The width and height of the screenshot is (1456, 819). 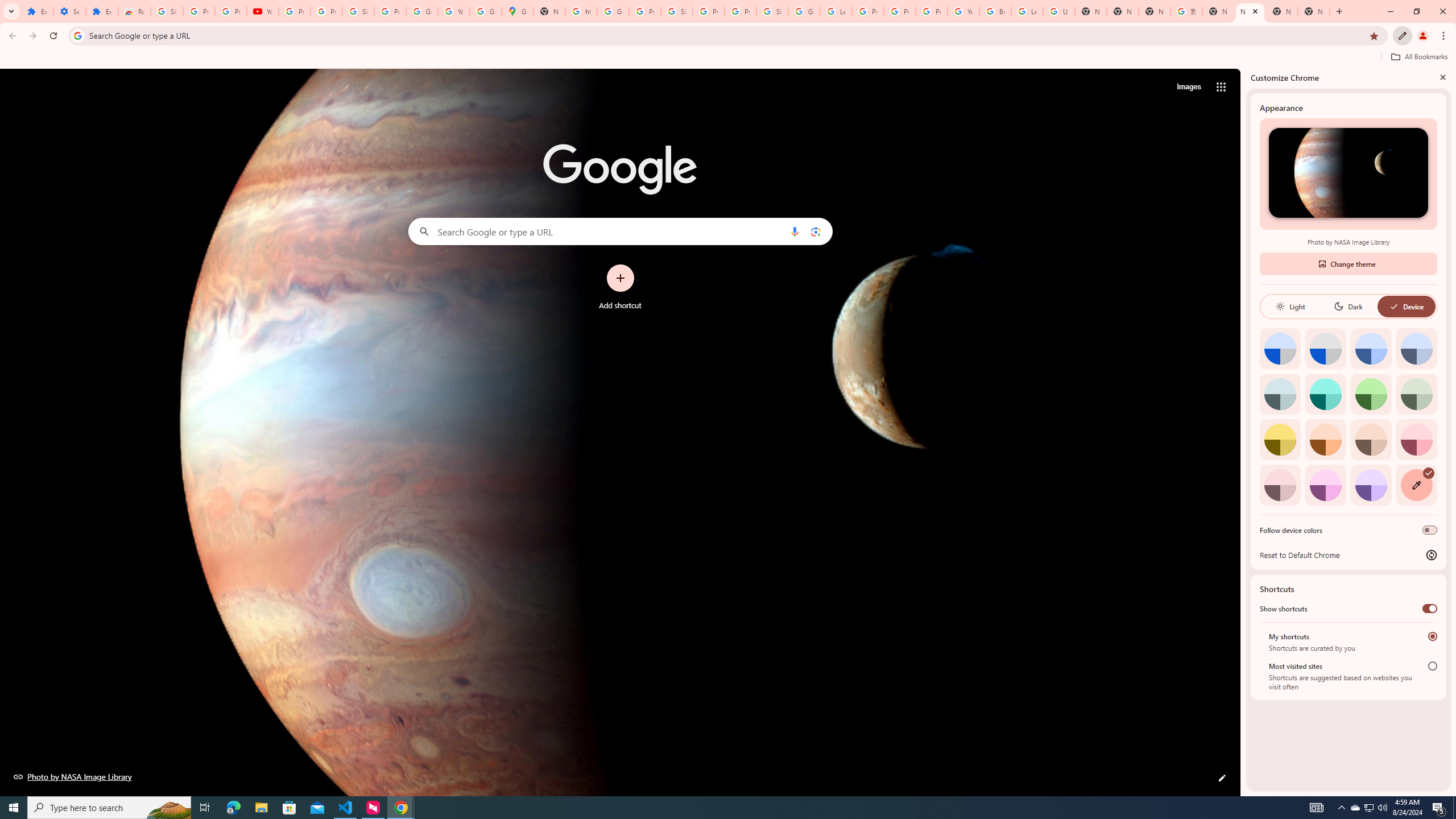 I want to click on 'Violet', so click(x=1371, y=484).